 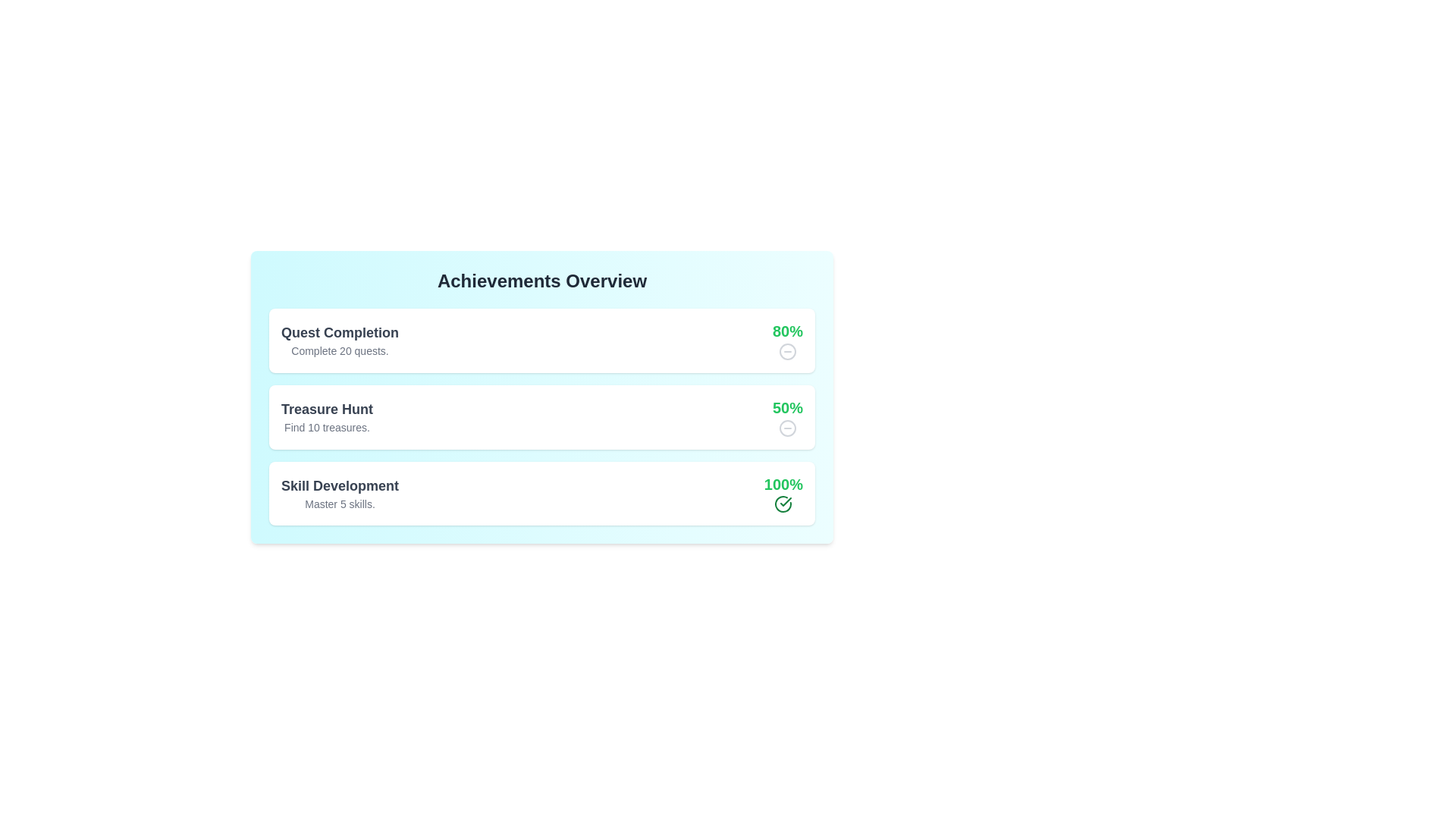 I want to click on text from the Text Block displaying 'Skill Development' and 'Master 5 skills.' which is the third achievement item in the 'Achievements Overview' section, so click(x=339, y=493).